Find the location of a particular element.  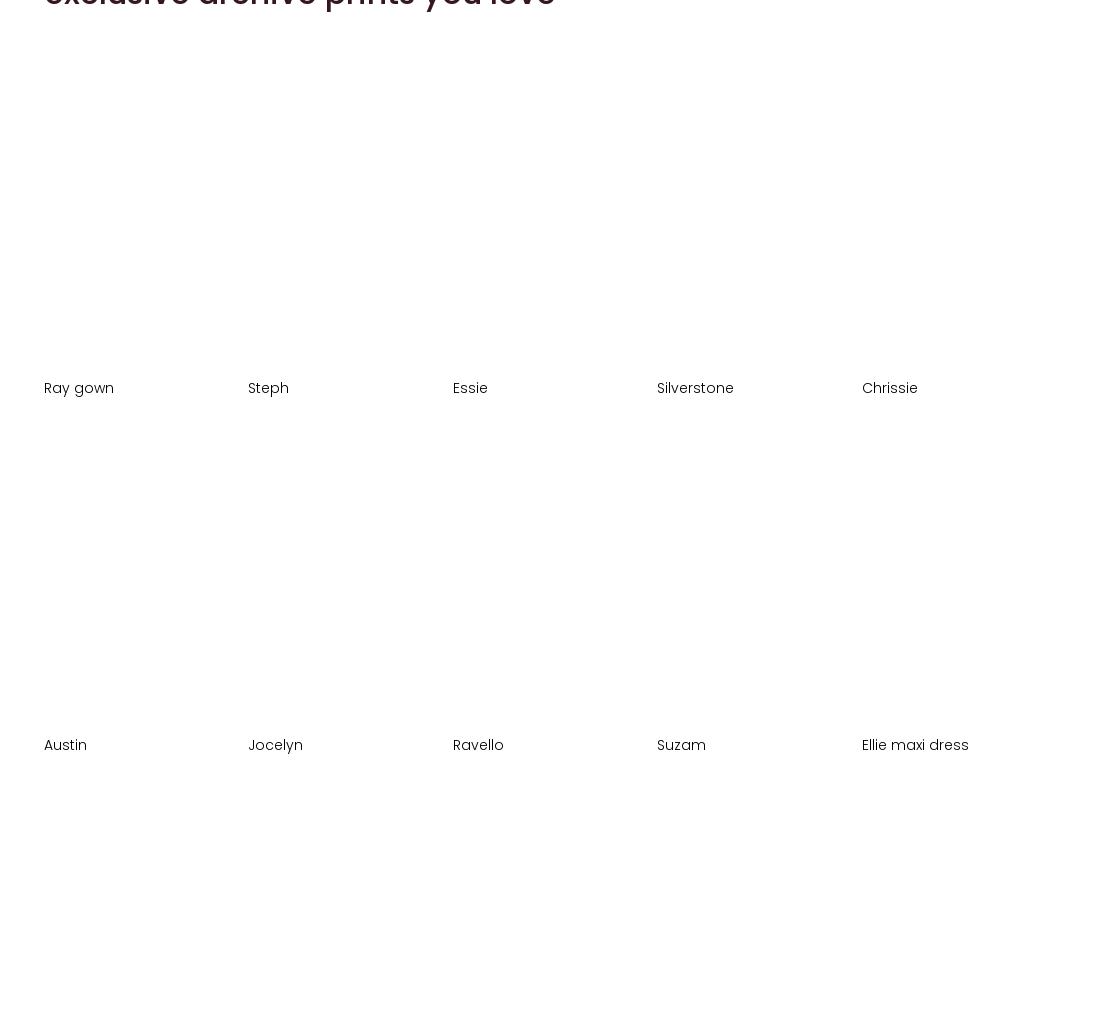

'Essie' is located at coordinates (469, 387).